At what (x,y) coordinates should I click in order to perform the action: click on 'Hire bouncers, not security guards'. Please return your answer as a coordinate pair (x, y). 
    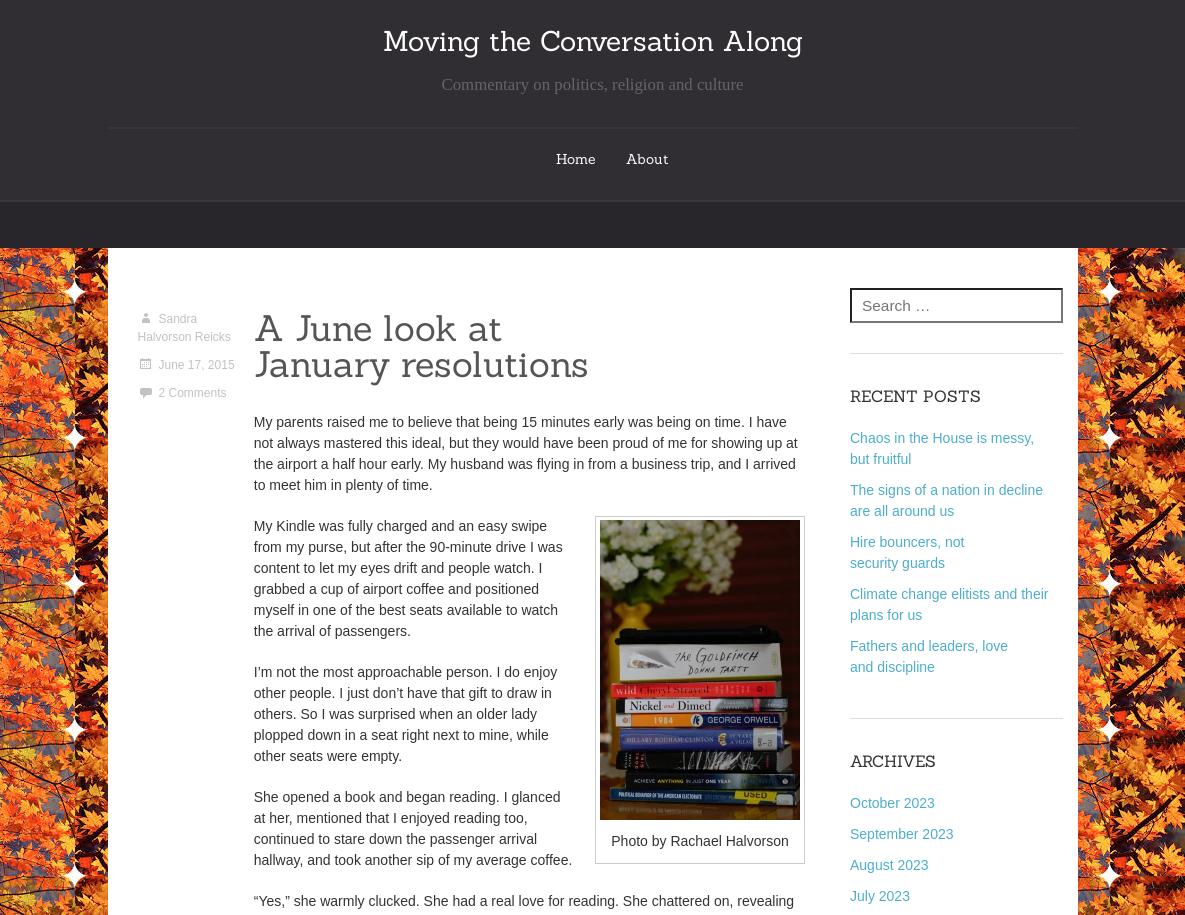
    Looking at the image, I should click on (906, 552).